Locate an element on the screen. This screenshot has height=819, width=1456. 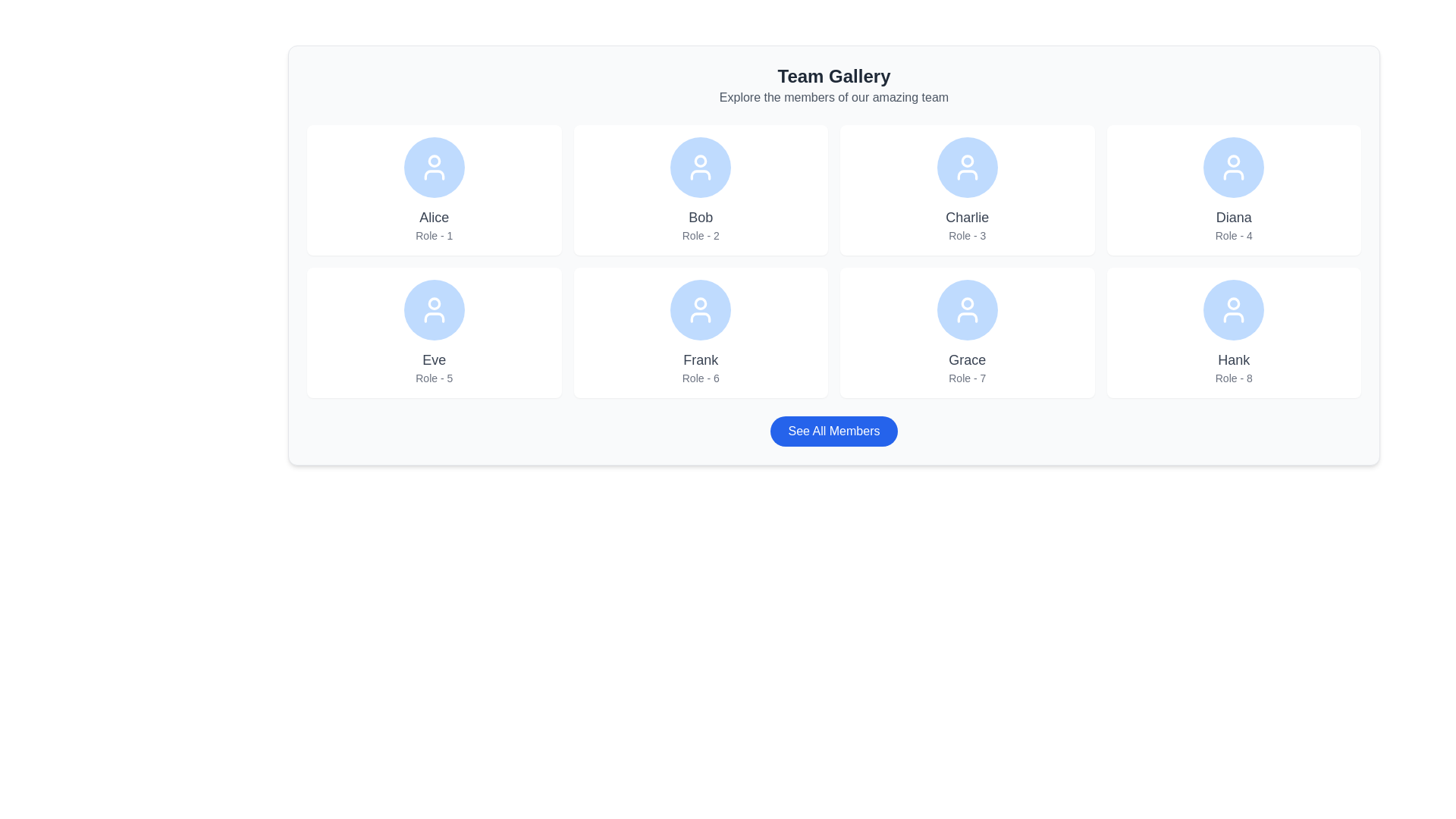
the user icon representing 'Alice' in the top-left corner of the profile grid is located at coordinates (433, 167).